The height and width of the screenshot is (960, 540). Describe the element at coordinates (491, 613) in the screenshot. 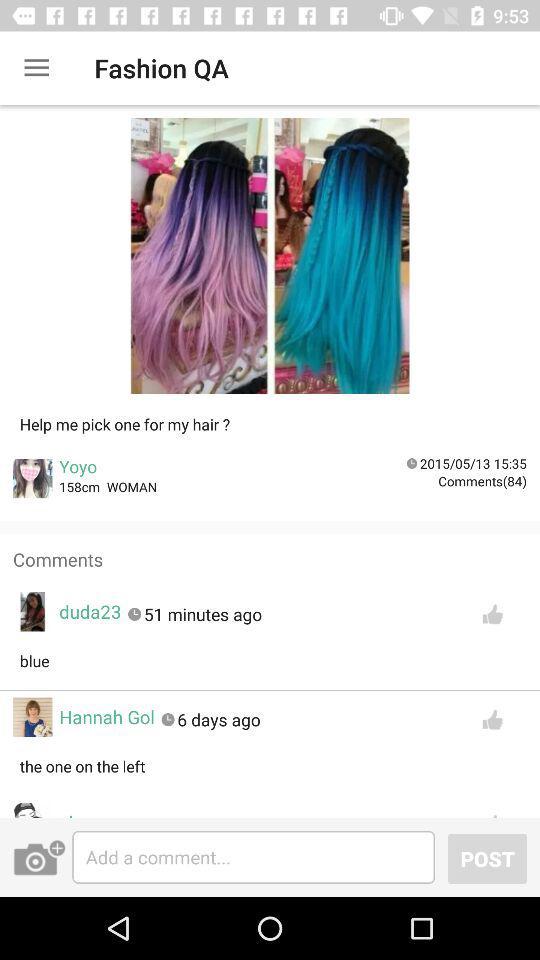

I see `like this comment` at that location.